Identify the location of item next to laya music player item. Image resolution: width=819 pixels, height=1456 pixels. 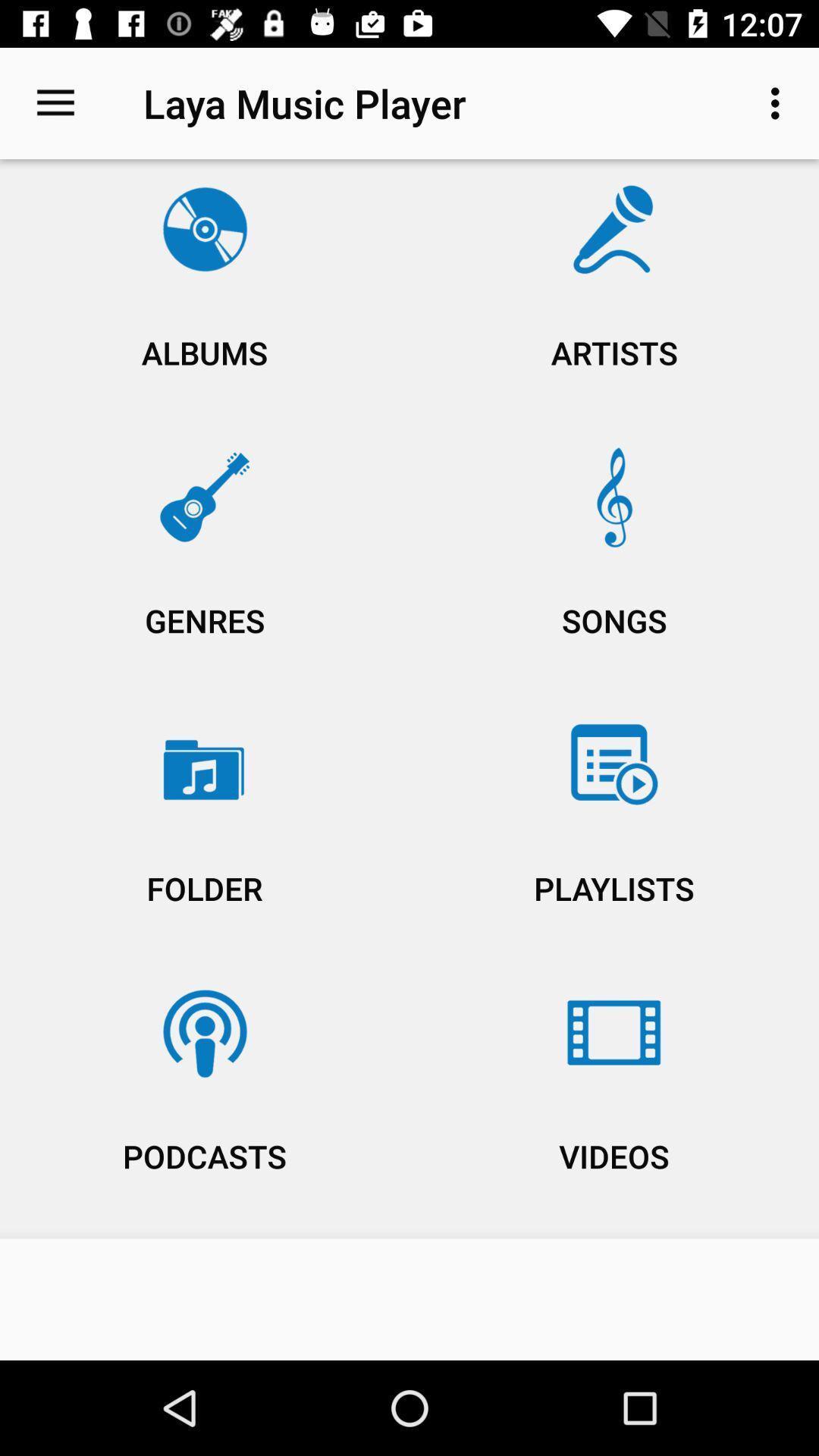
(779, 102).